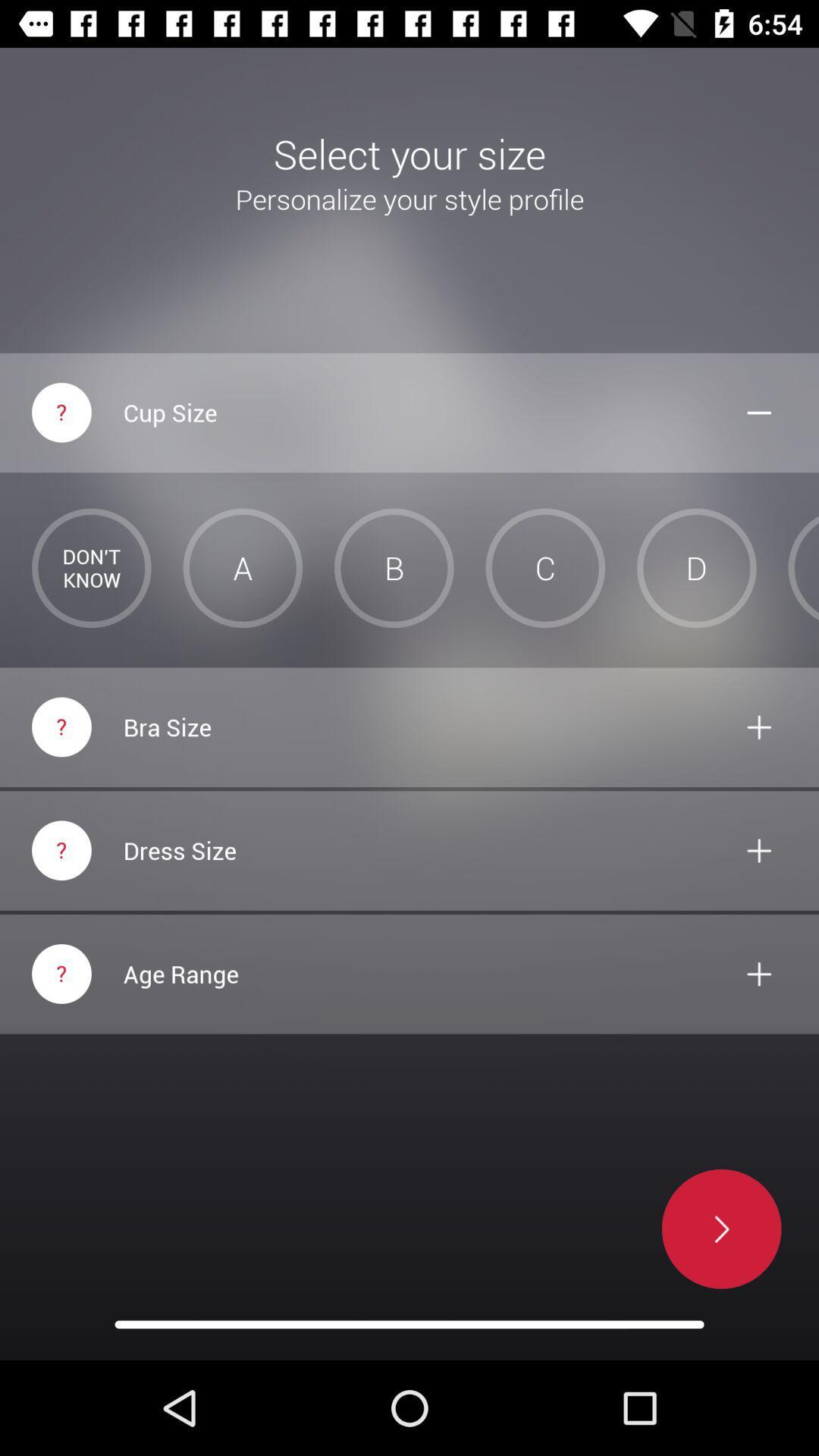 The height and width of the screenshot is (1456, 819). What do you see at coordinates (715, 1228) in the screenshot?
I see `the arrow_forward icon` at bounding box center [715, 1228].